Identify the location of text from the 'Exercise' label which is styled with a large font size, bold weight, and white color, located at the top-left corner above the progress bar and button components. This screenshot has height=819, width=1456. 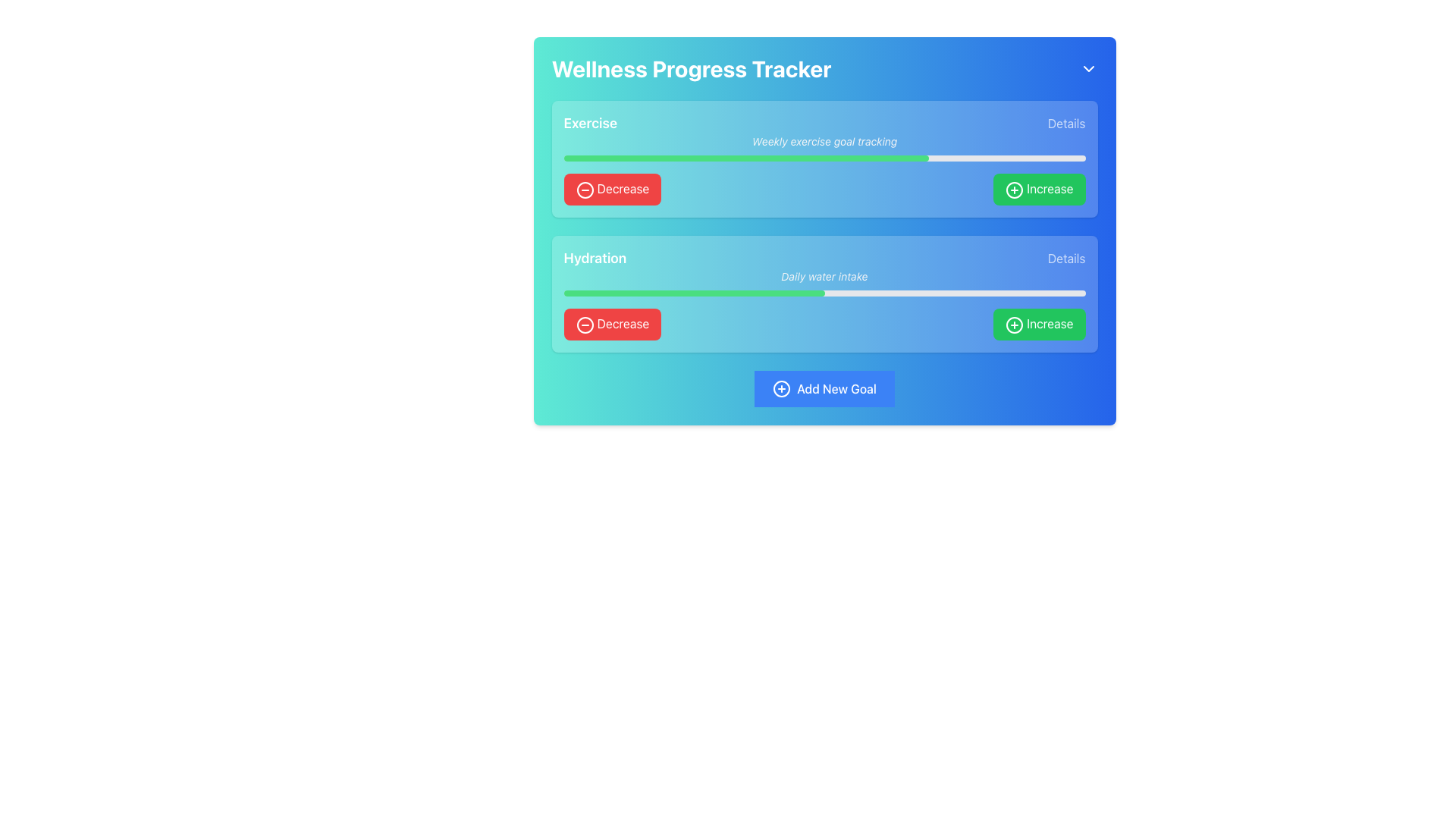
(589, 122).